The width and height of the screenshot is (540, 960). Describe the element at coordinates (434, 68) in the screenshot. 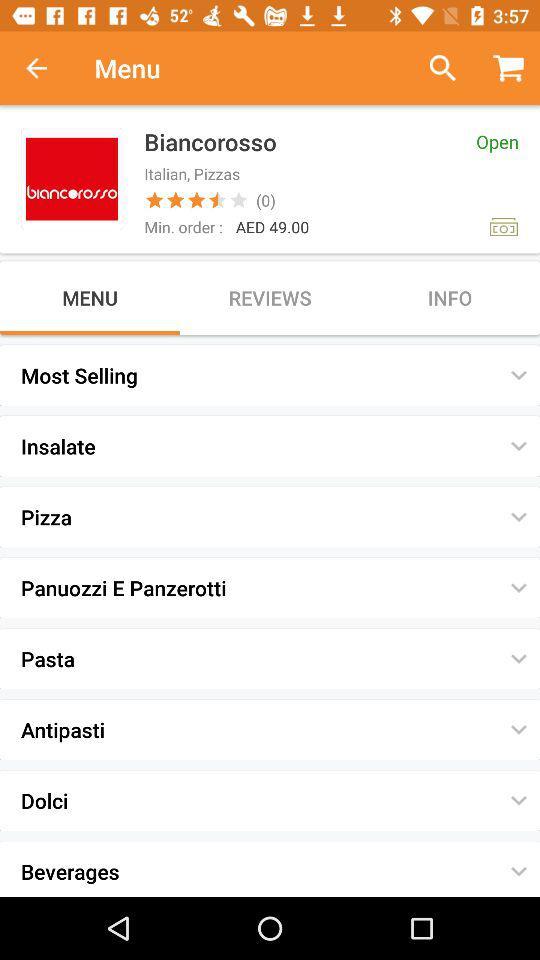

I see `icon above the biancorosso` at that location.